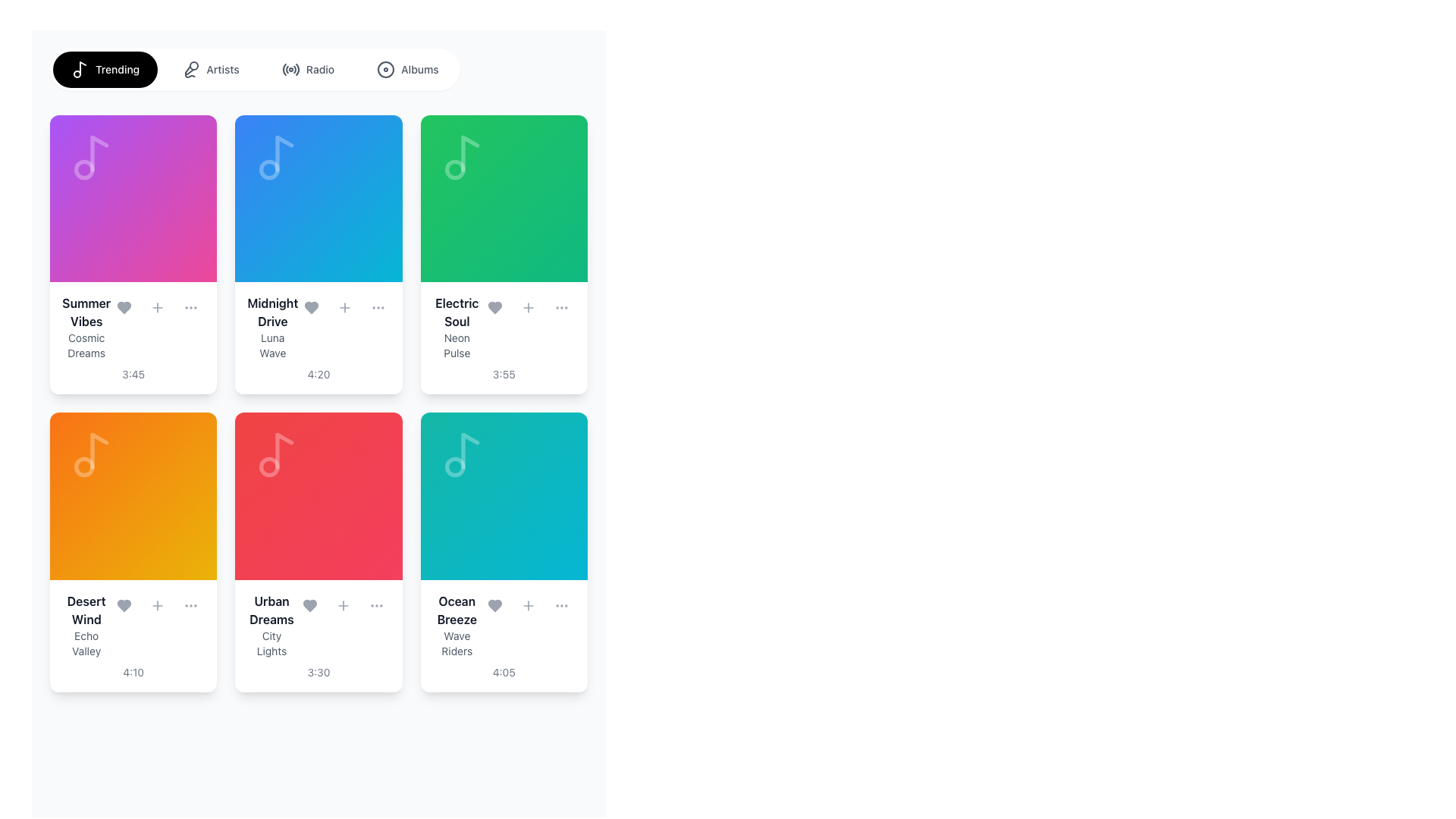 The image size is (1456, 819). What do you see at coordinates (272, 346) in the screenshot?
I see `the second line of text displaying additional descriptive information for the 'Midnight Drive' item, located in the second column of the first row of the music tracks grid` at bounding box center [272, 346].